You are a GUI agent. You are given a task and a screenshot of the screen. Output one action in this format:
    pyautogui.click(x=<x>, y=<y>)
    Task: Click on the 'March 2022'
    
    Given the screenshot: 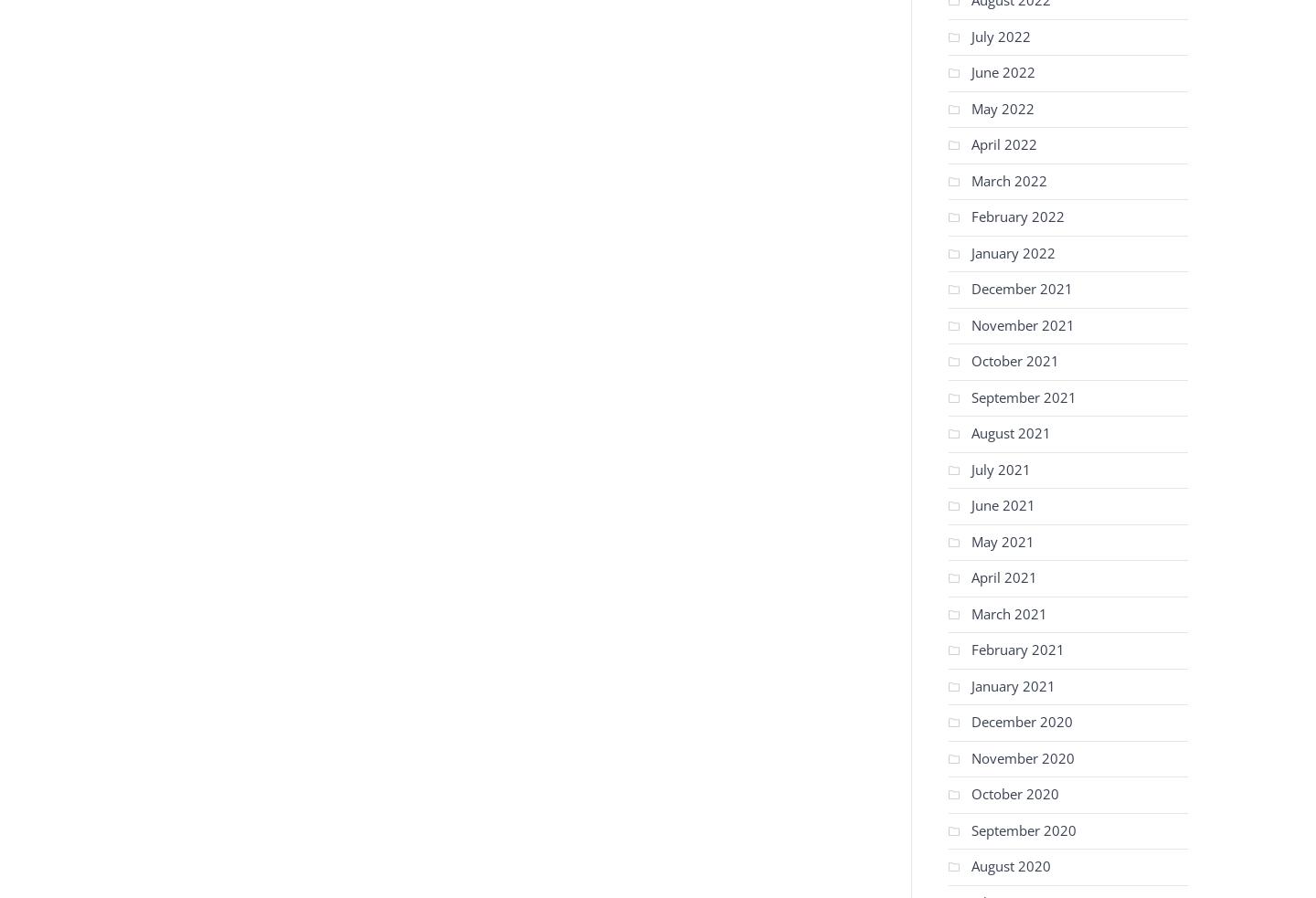 What is the action you would take?
    pyautogui.click(x=971, y=179)
    